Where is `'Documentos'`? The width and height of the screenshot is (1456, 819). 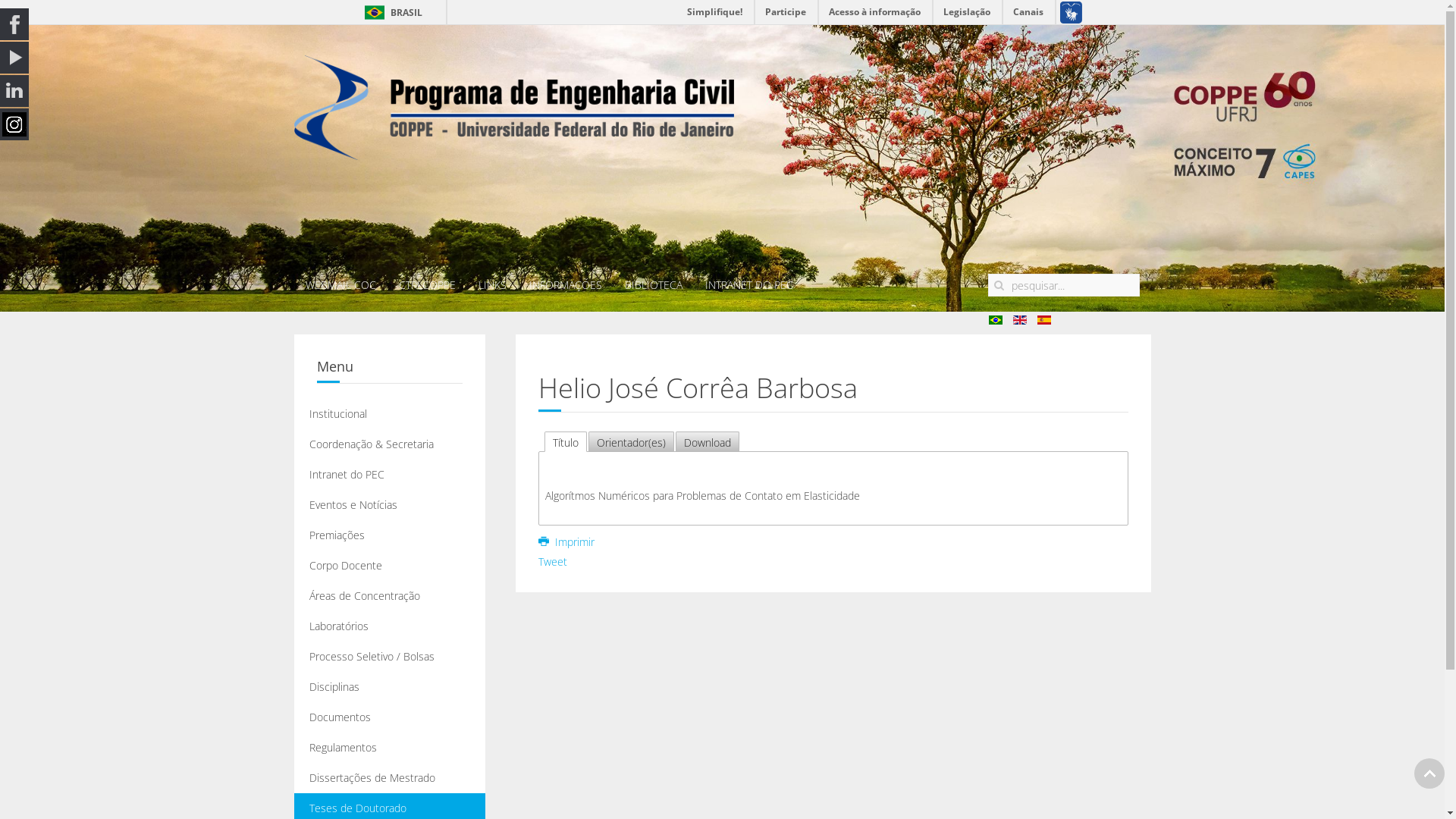
'Documentos' is located at coordinates (390, 717).